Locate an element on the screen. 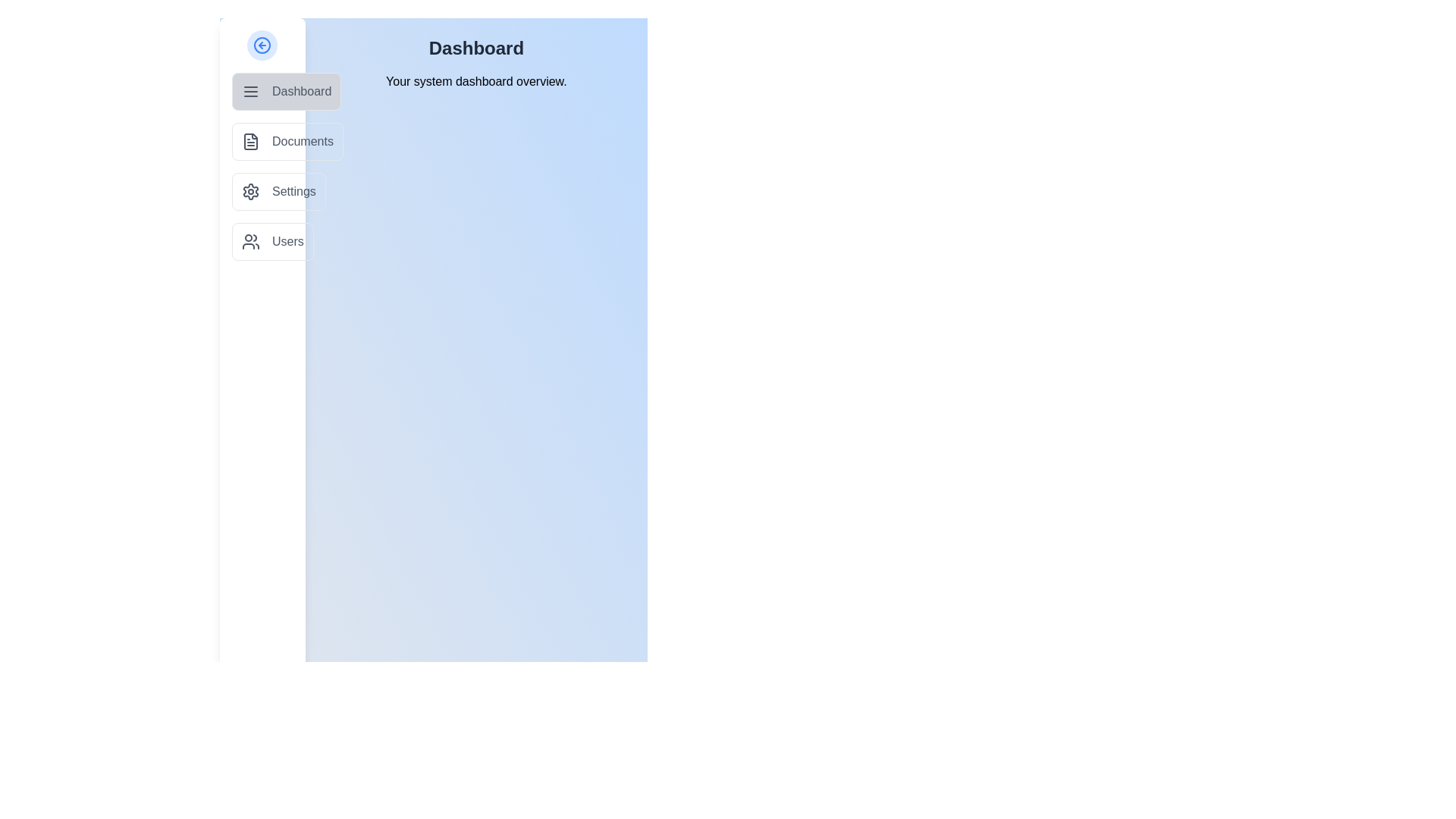  the menu item Documents from the list is located at coordinates (287, 141).